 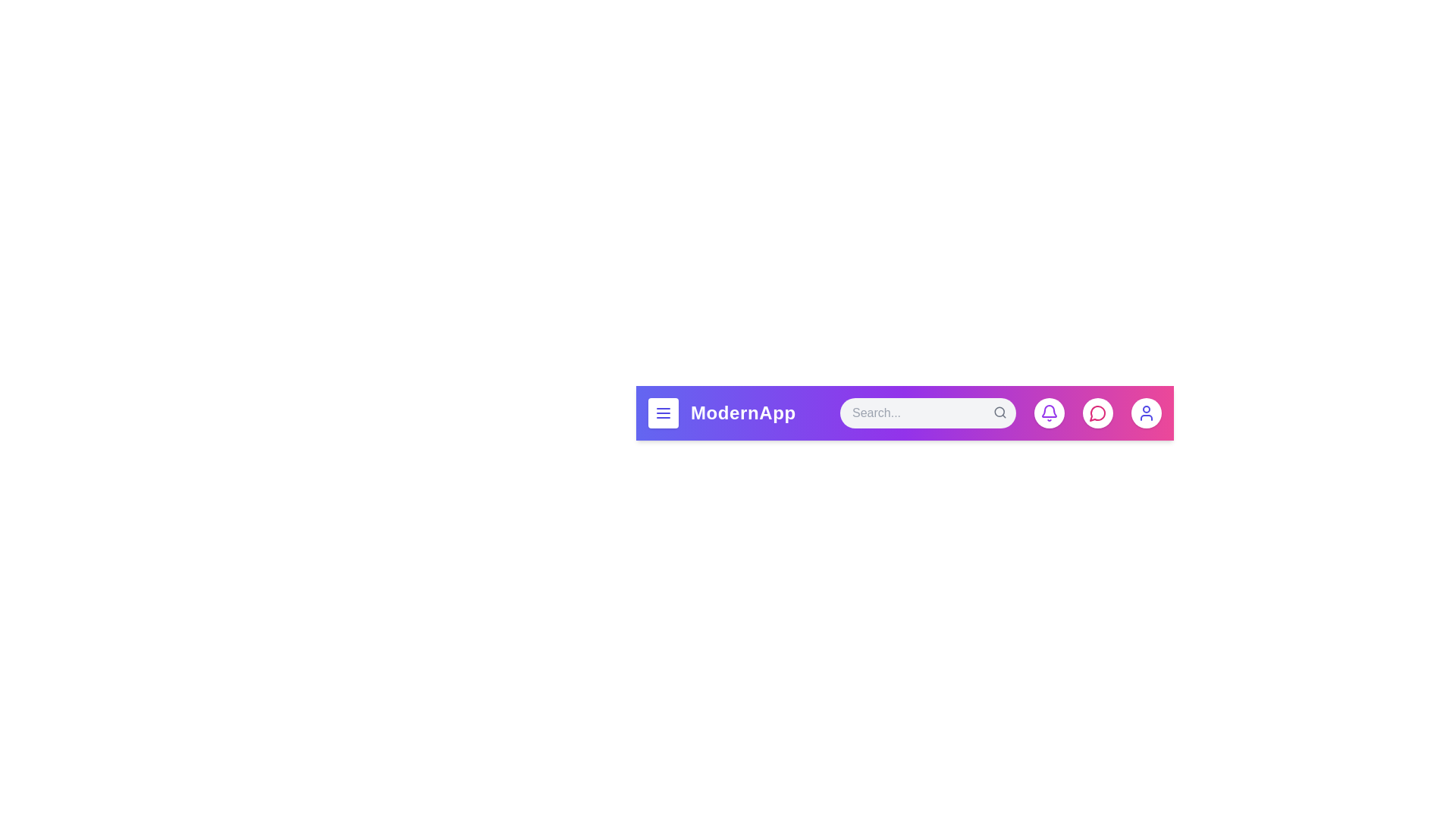 I want to click on the bell icon to activate the notification panel, so click(x=1048, y=413).